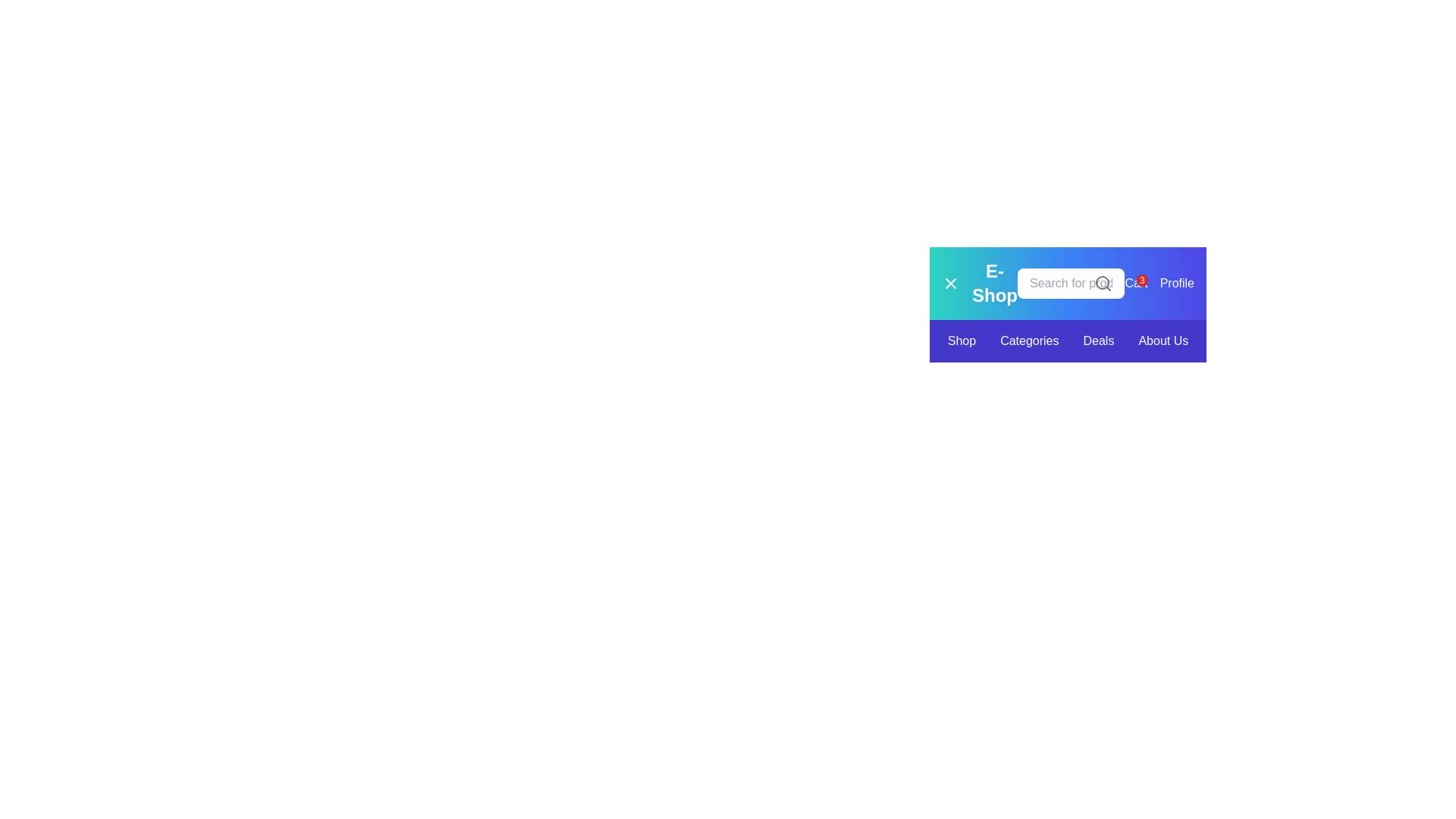  Describe the element at coordinates (949, 284) in the screenshot. I see `the 'X' button located on the left side of the 'E-Shop' label` at that location.